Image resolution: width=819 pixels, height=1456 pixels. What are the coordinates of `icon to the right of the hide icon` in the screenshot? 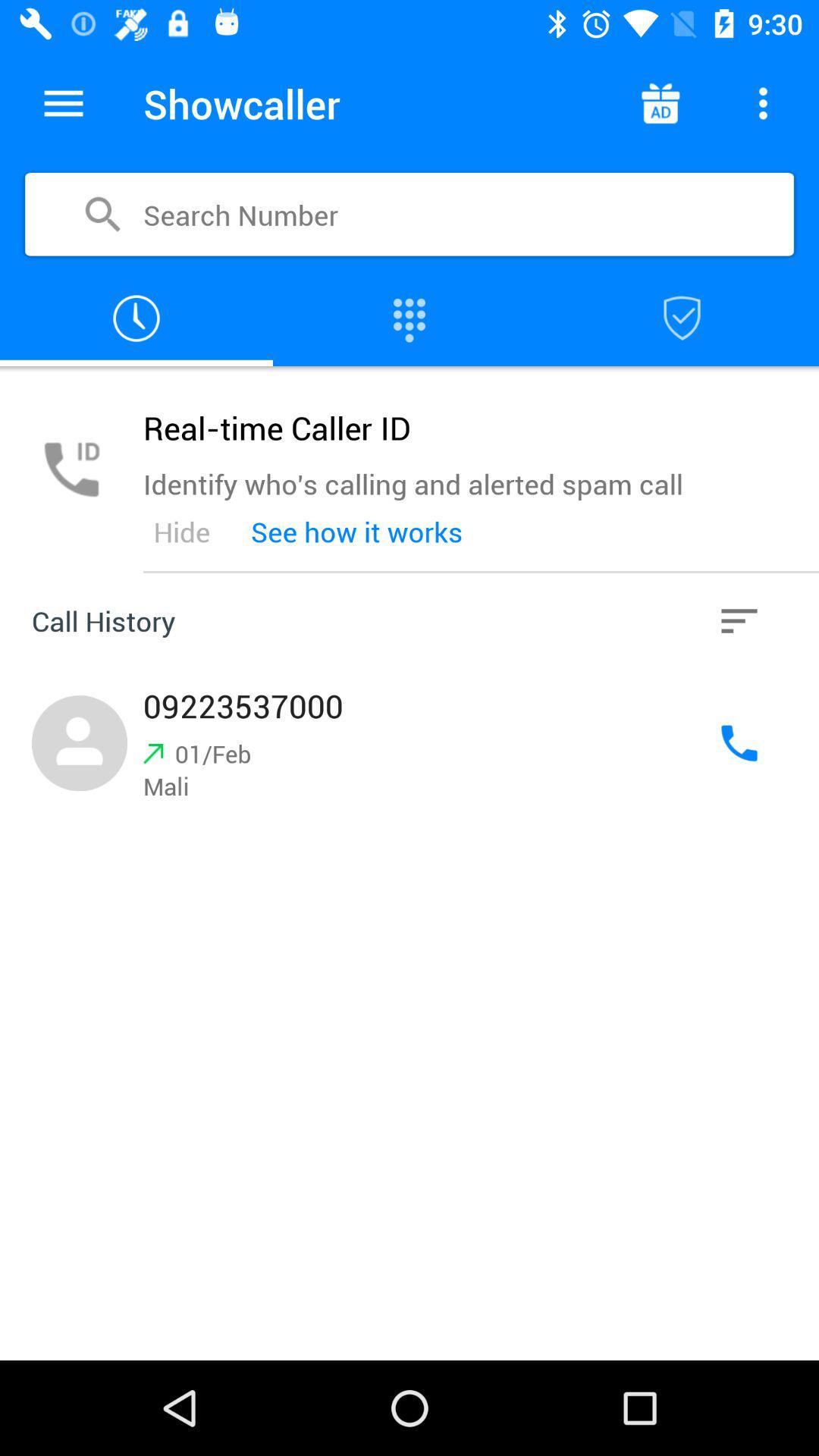 It's located at (356, 532).